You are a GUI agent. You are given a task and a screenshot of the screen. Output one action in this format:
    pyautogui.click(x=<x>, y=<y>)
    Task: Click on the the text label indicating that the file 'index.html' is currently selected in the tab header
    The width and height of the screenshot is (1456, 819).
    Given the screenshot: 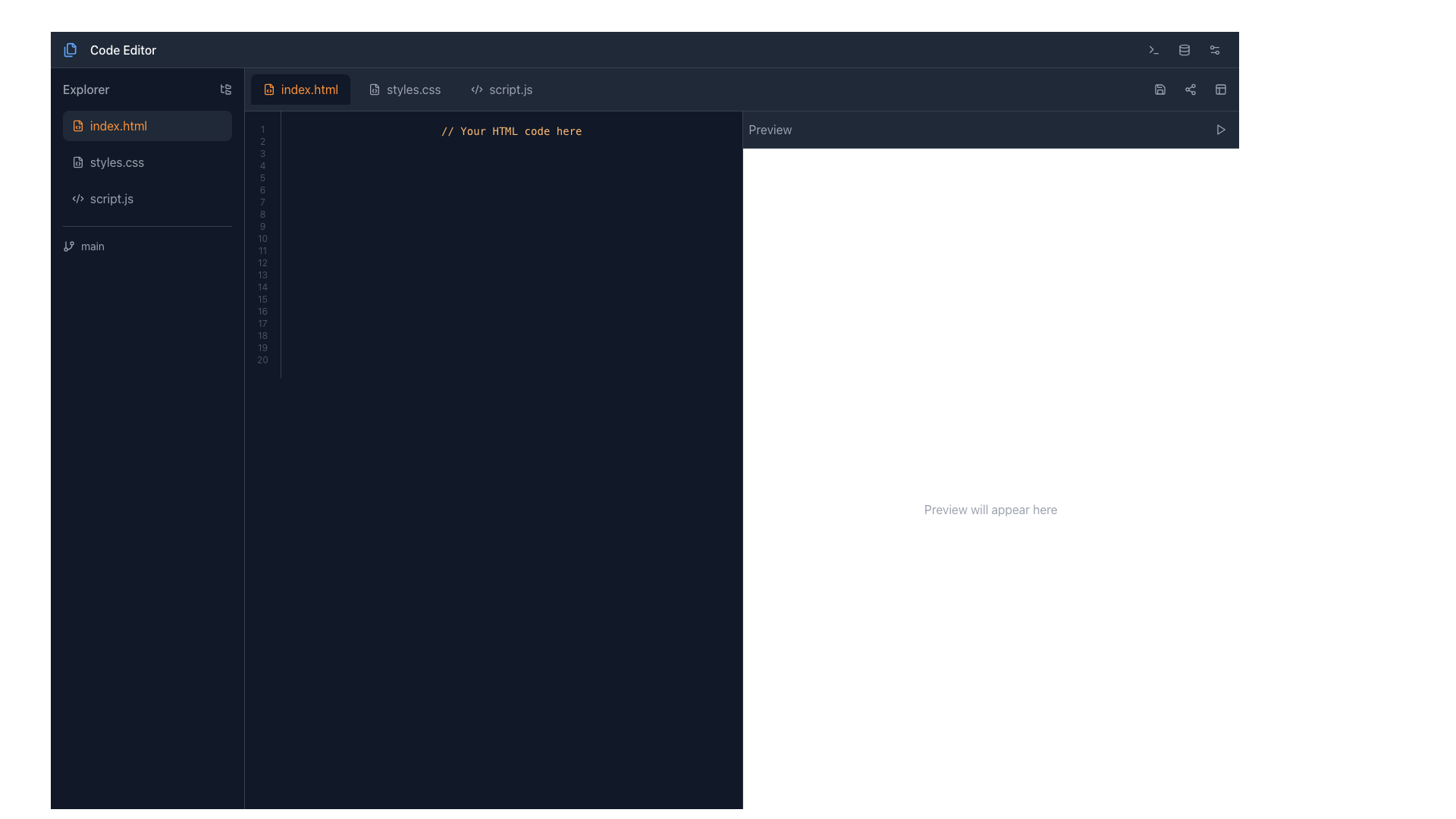 What is the action you would take?
    pyautogui.click(x=309, y=89)
    